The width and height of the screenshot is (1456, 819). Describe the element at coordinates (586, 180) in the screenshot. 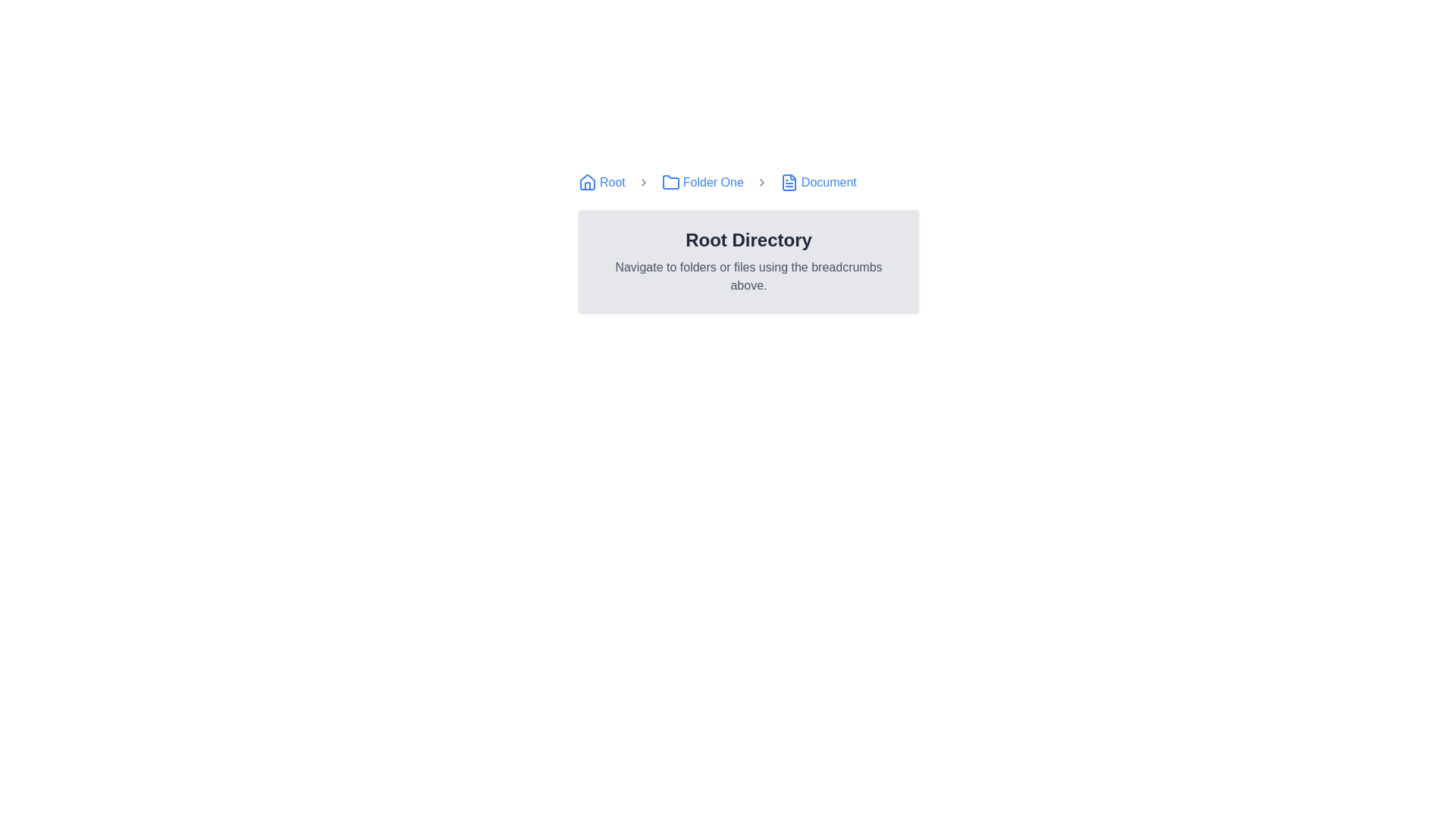

I see `the house icon in the breadcrumb navigation bar, which is a minimalistic line-drawing representation of a house, located to the left of the 'Root' text link` at that location.